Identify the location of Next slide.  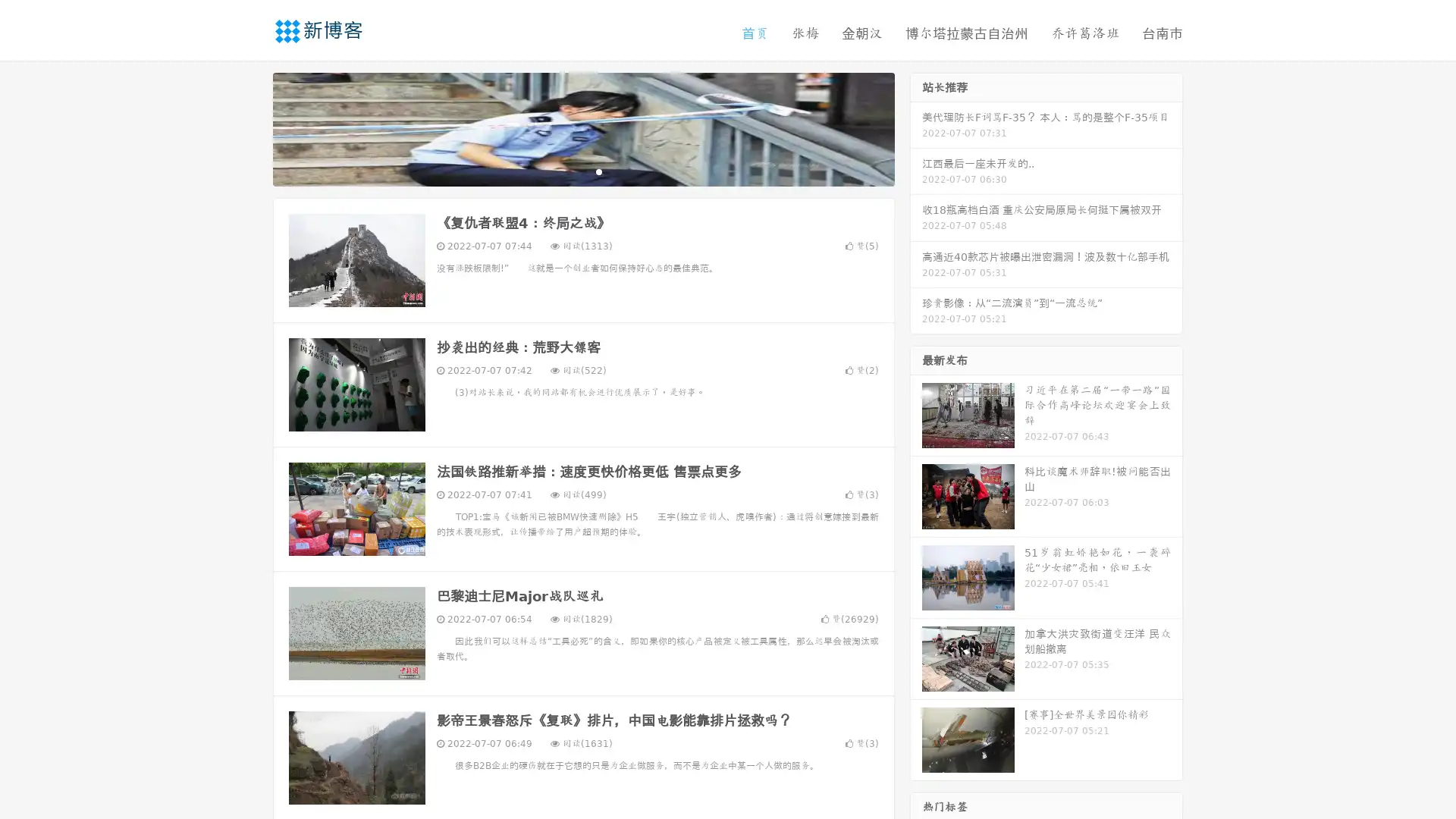
(916, 127).